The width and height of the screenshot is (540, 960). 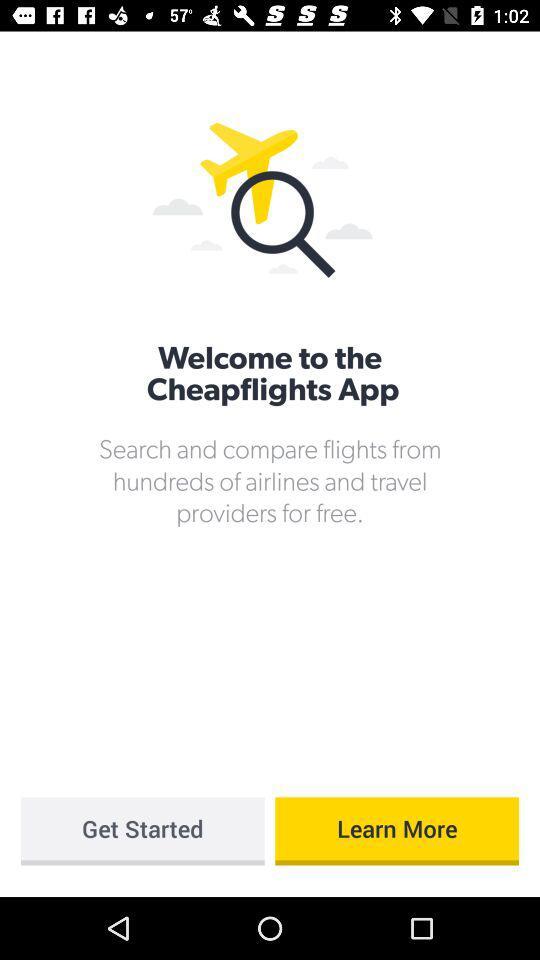 I want to click on the get started item, so click(x=141, y=831).